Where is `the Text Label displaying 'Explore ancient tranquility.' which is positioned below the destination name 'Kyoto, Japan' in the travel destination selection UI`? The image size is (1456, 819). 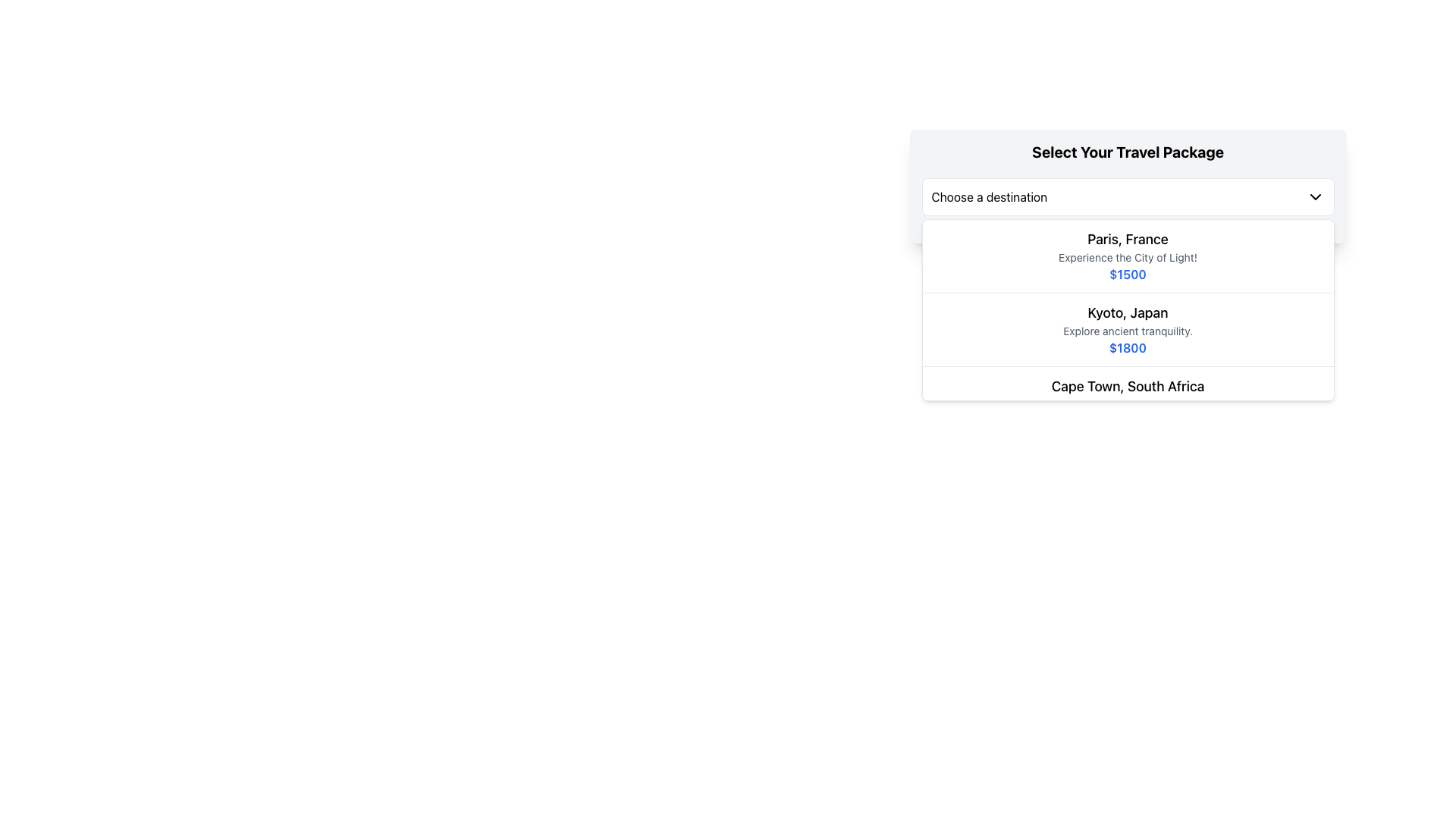 the Text Label displaying 'Explore ancient tranquility.' which is positioned below the destination name 'Kyoto, Japan' in the travel destination selection UI is located at coordinates (1128, 330).